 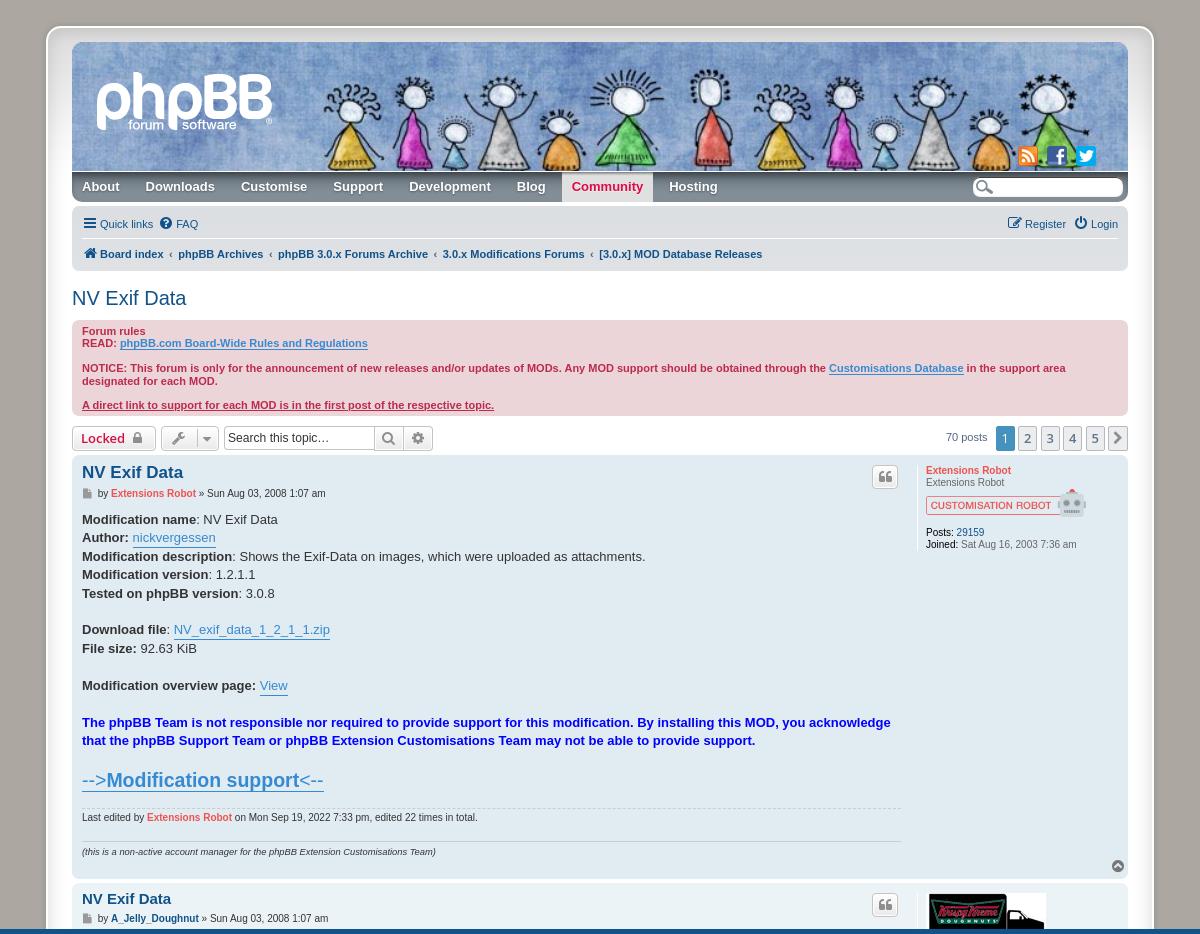 What do you see at coordinates (81, 629) in the screenshot?
I see `'Download file'` at bounding box center [81, 629].